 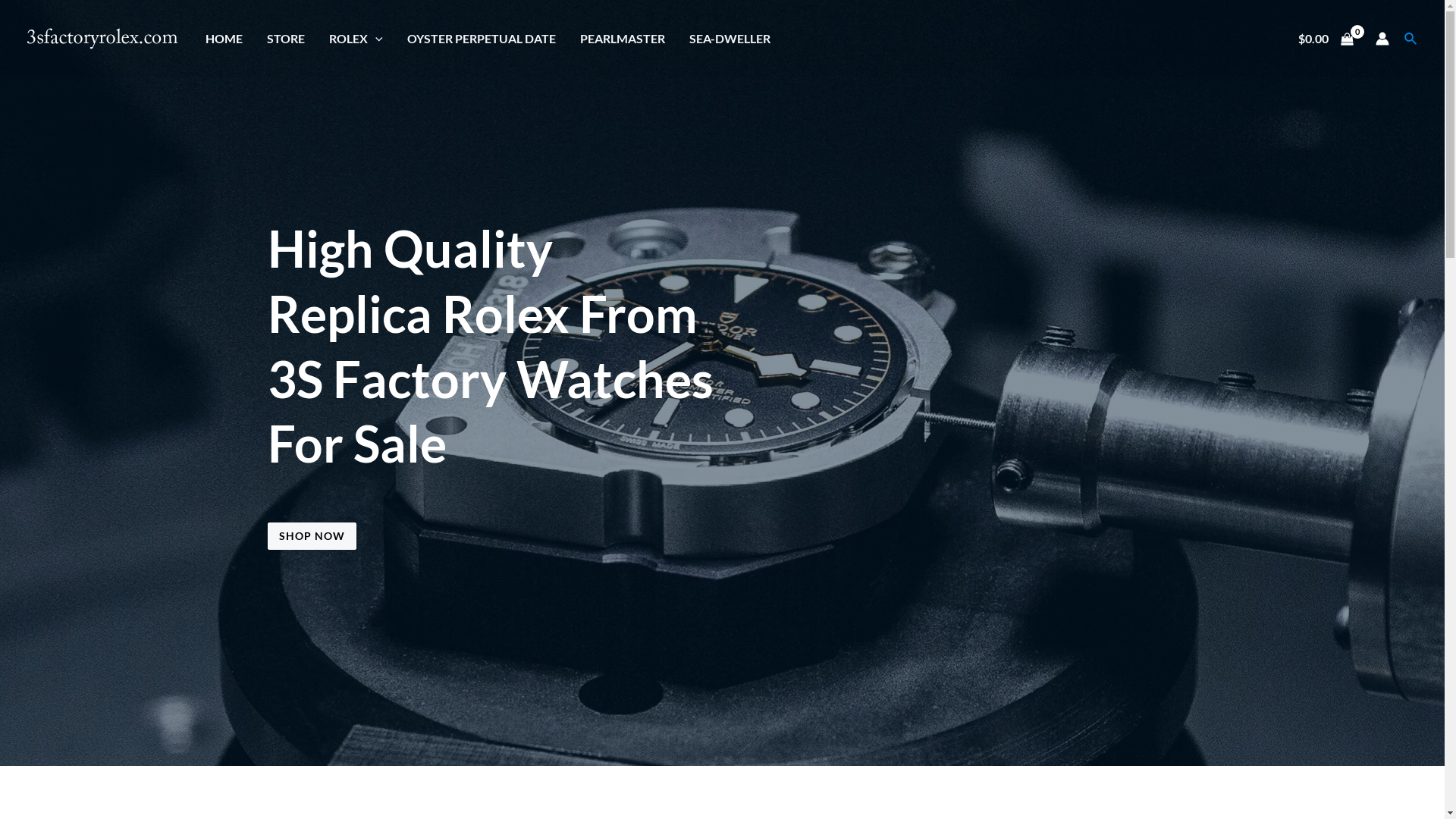 I want to click on 'ROLEX', so click(x=315, y=37).